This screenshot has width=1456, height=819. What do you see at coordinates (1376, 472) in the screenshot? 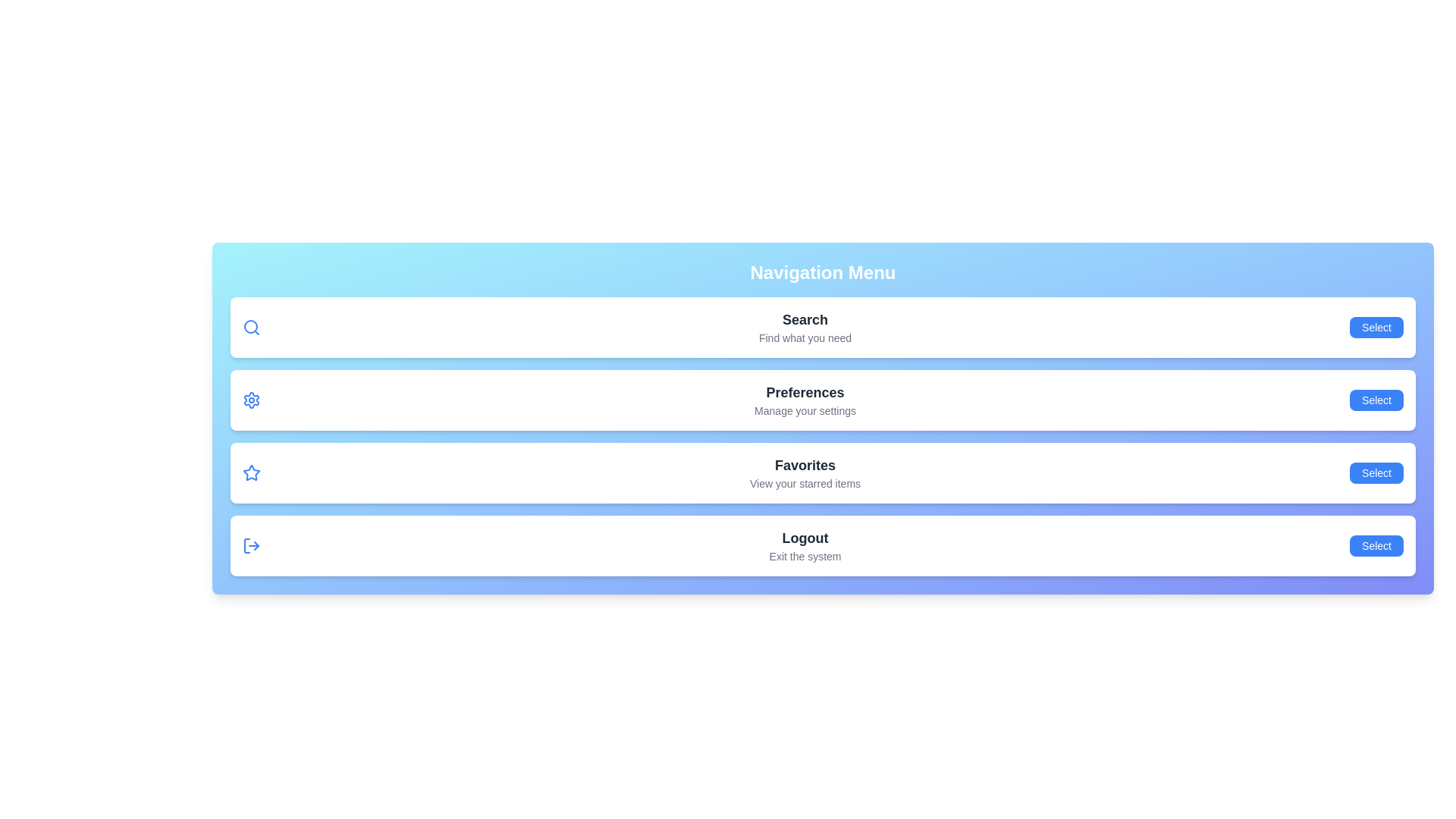
I see `the navigation item Favorites` at bounding box center [1376, 472].